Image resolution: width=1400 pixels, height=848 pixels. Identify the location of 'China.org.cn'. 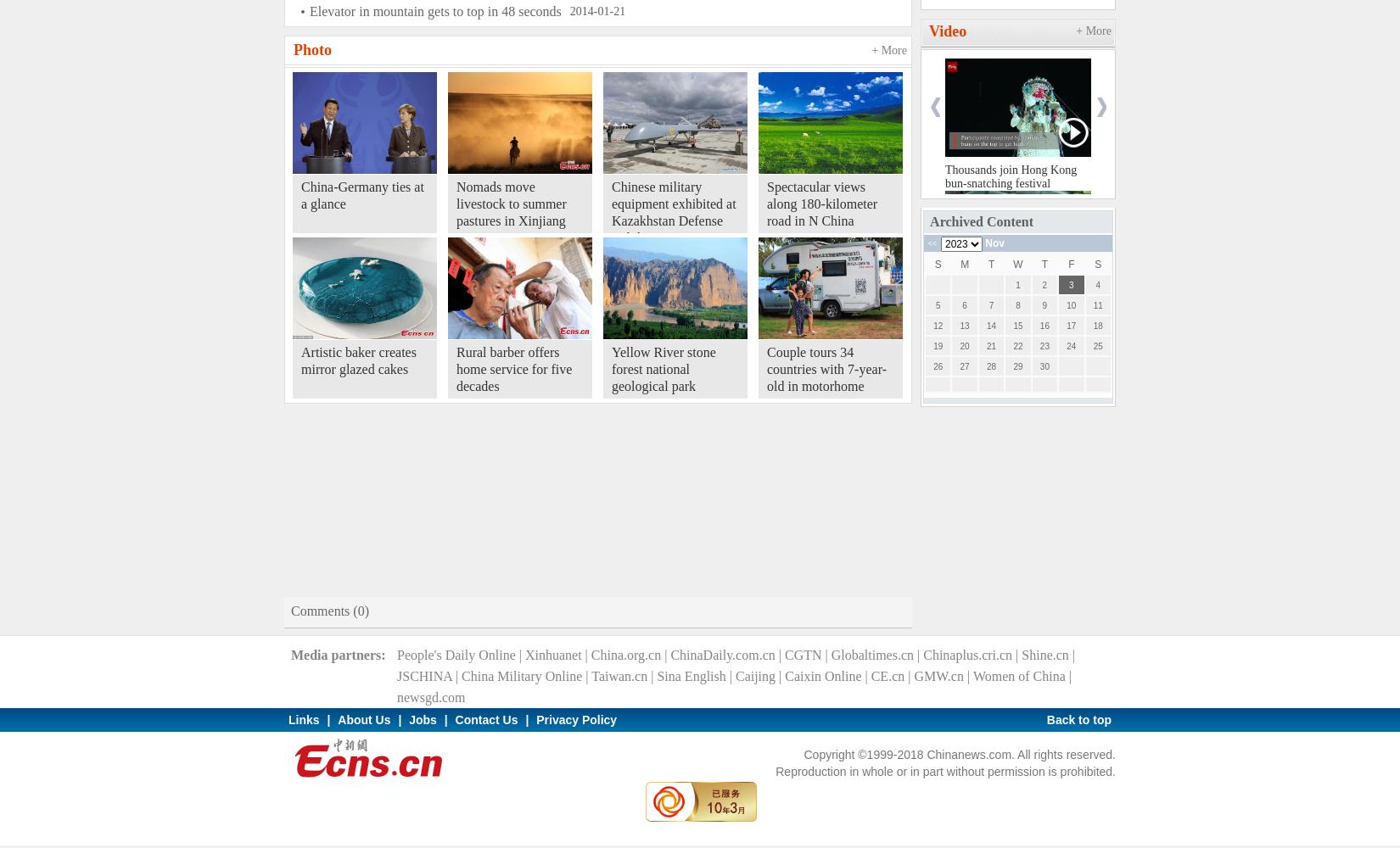
(624, 655).